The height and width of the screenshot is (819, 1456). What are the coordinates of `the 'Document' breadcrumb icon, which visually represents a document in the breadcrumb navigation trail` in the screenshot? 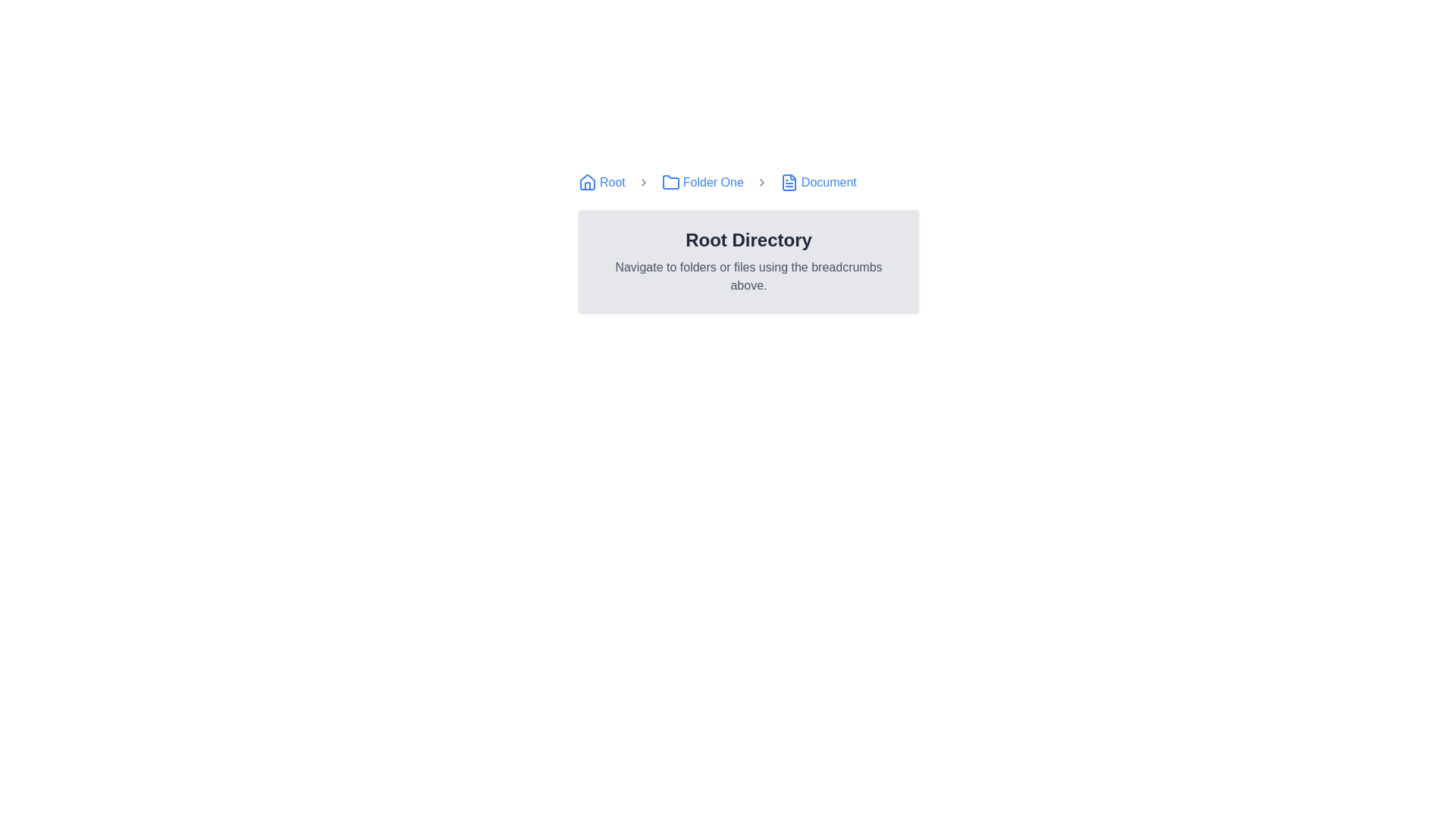 It's located at (789, 181).